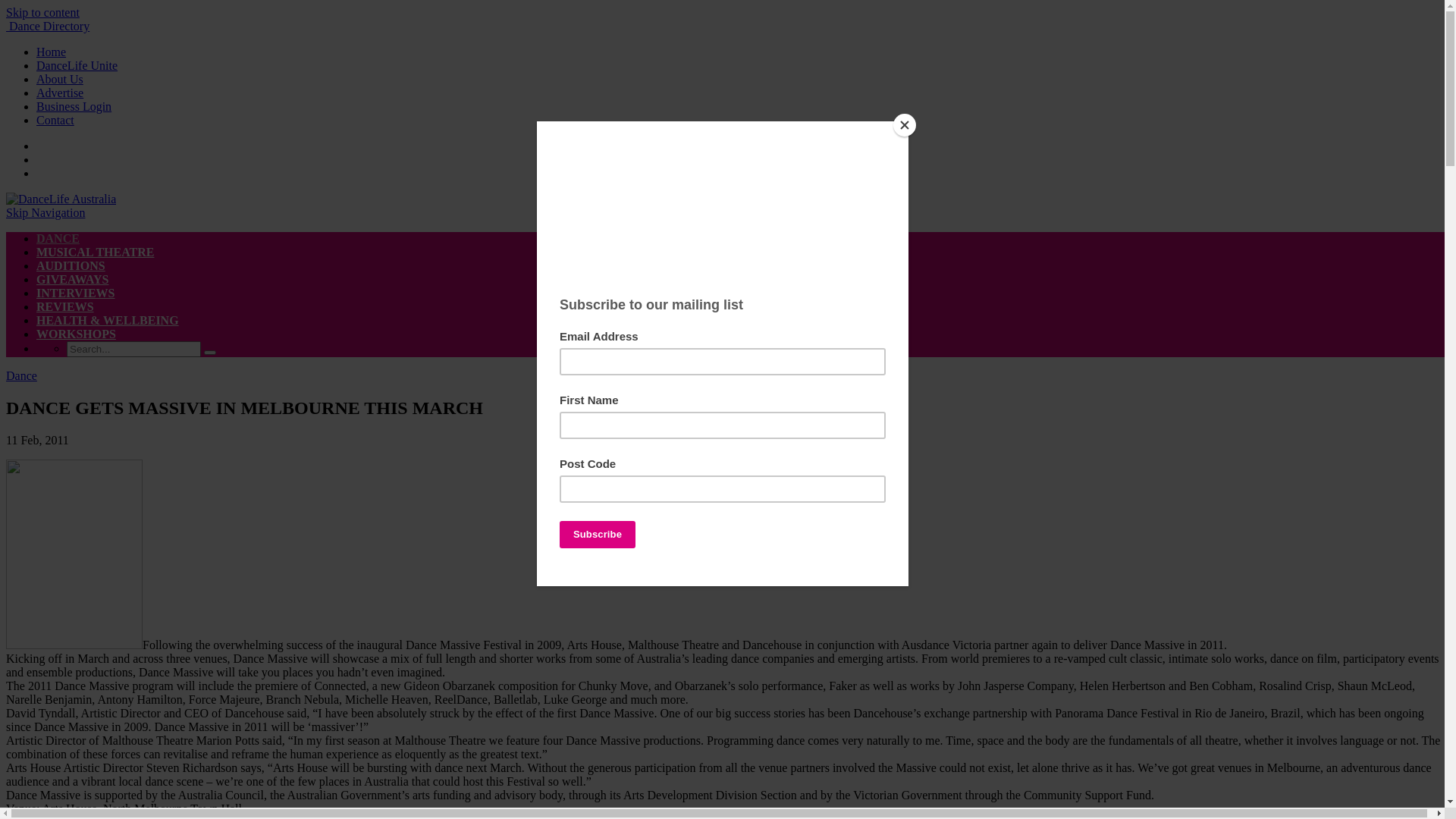  What do you see at coordinates (58, 238) in the screenshot?
I see `'DANCE'` at bounding box center [58, 238].